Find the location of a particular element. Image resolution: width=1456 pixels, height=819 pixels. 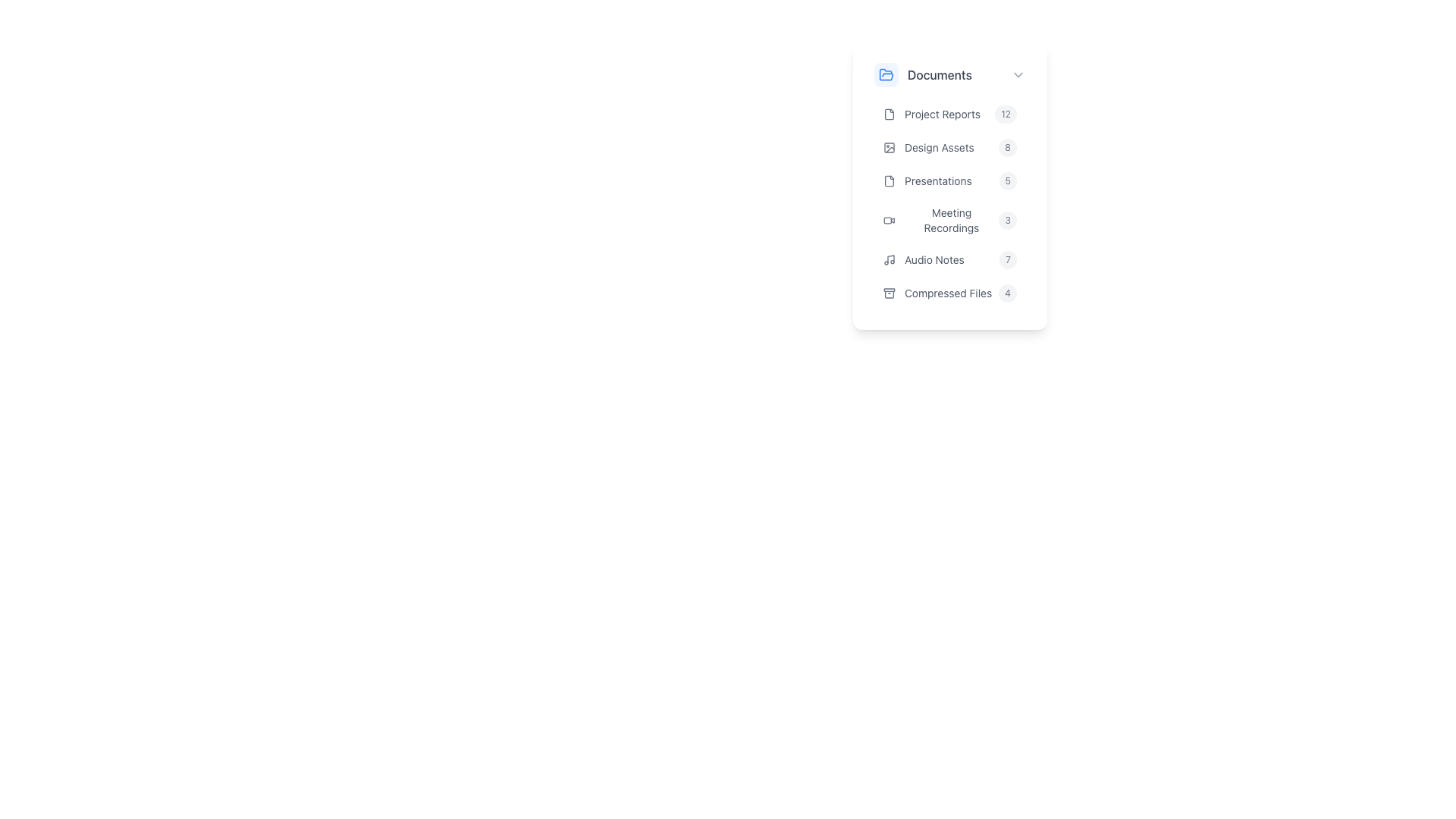

the List Item representing 'Presentations' to trigger a visual effect, which is the third item in a vertical list of six entries is located at coordinates (949, 181).